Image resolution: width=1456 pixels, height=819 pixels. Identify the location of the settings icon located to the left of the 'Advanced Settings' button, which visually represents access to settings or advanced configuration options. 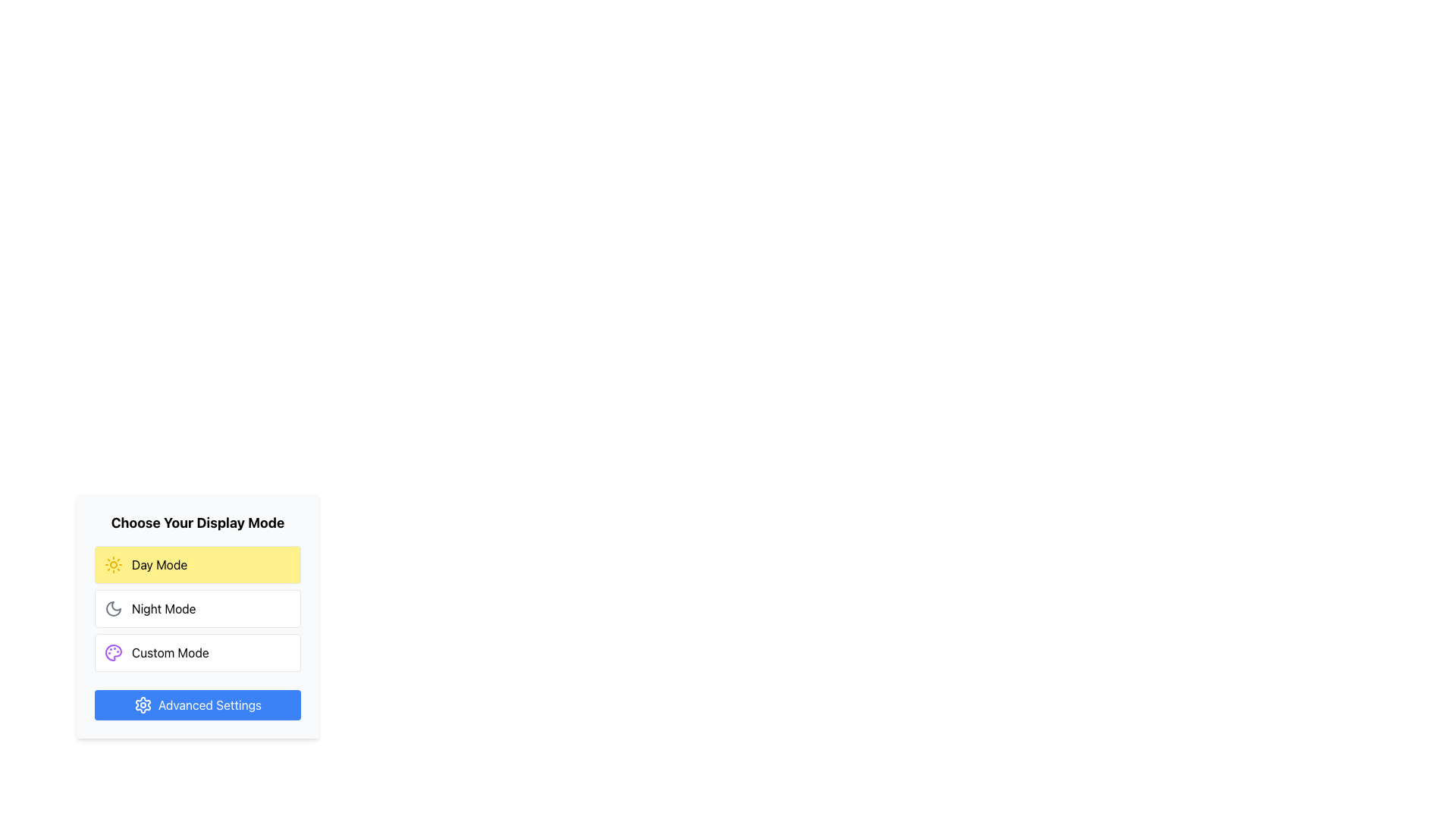
(143, 704).